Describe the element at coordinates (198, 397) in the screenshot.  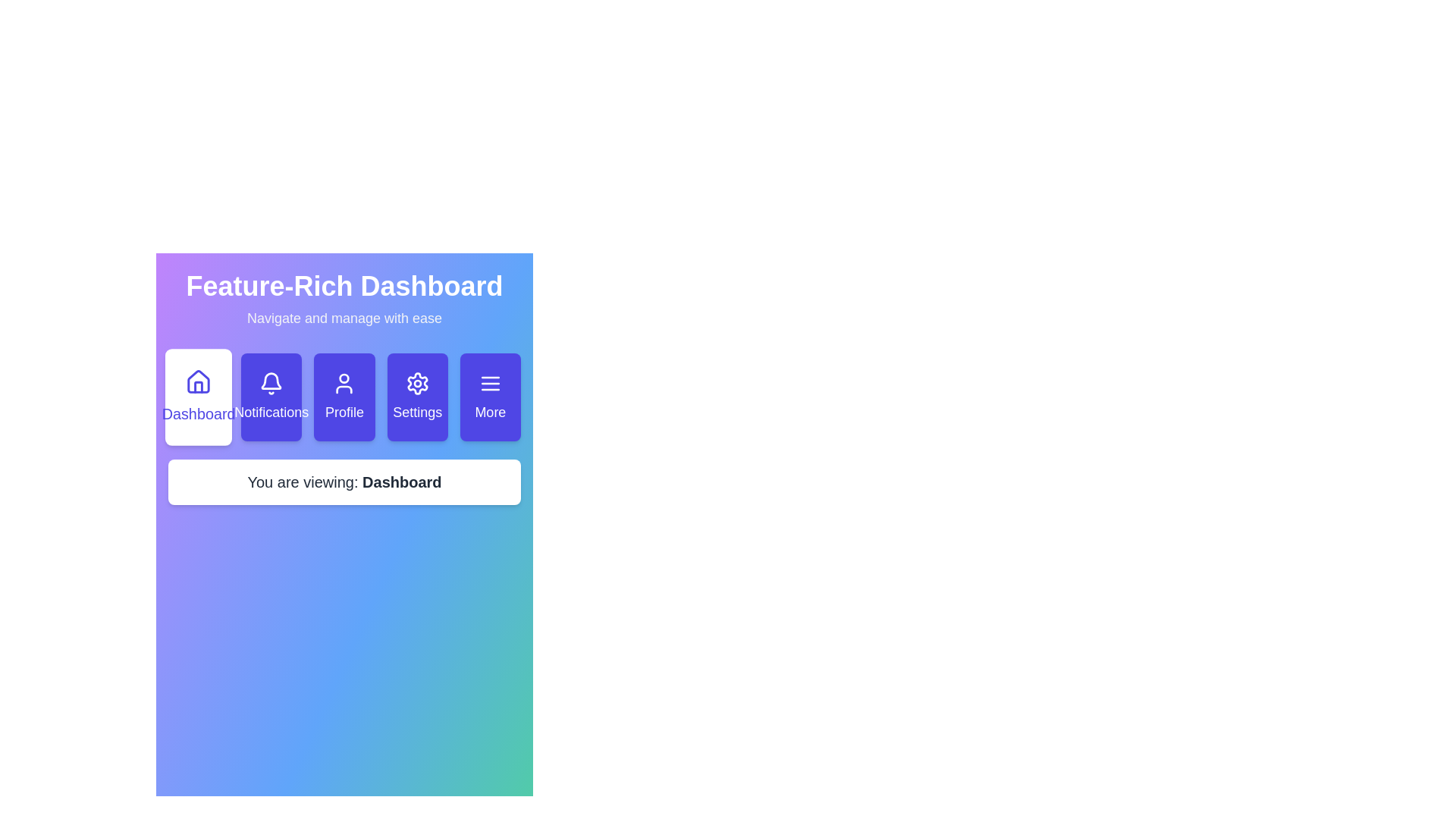
I see `the 'Dashboard' button, which is a rectangular button with a white background and indigo text, located above the descriptive text area and adjacent to the 'Notifications' button` at that location.